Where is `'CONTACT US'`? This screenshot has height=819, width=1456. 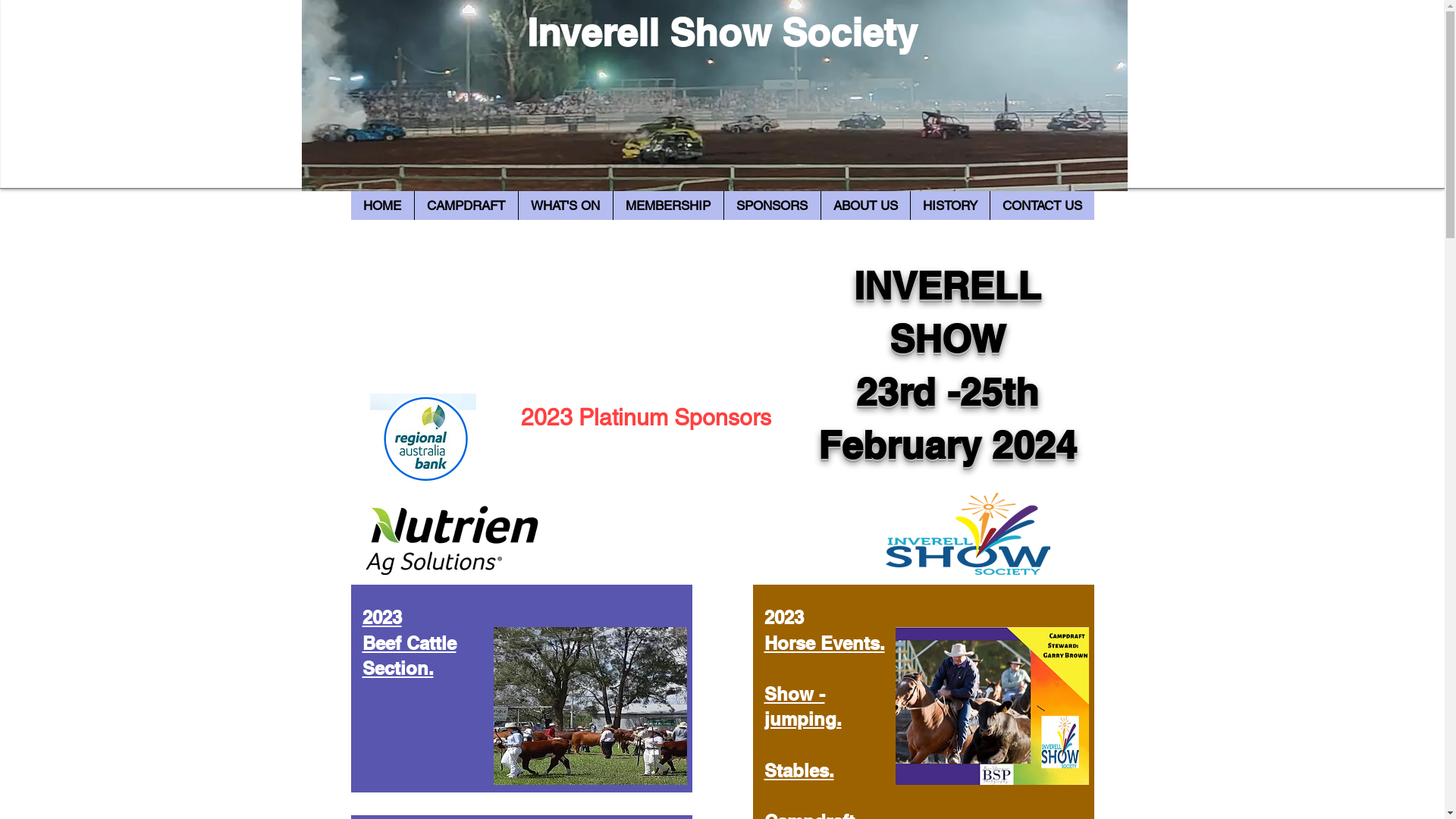 'CONTACT US' is located at coordinates (1040, 205).